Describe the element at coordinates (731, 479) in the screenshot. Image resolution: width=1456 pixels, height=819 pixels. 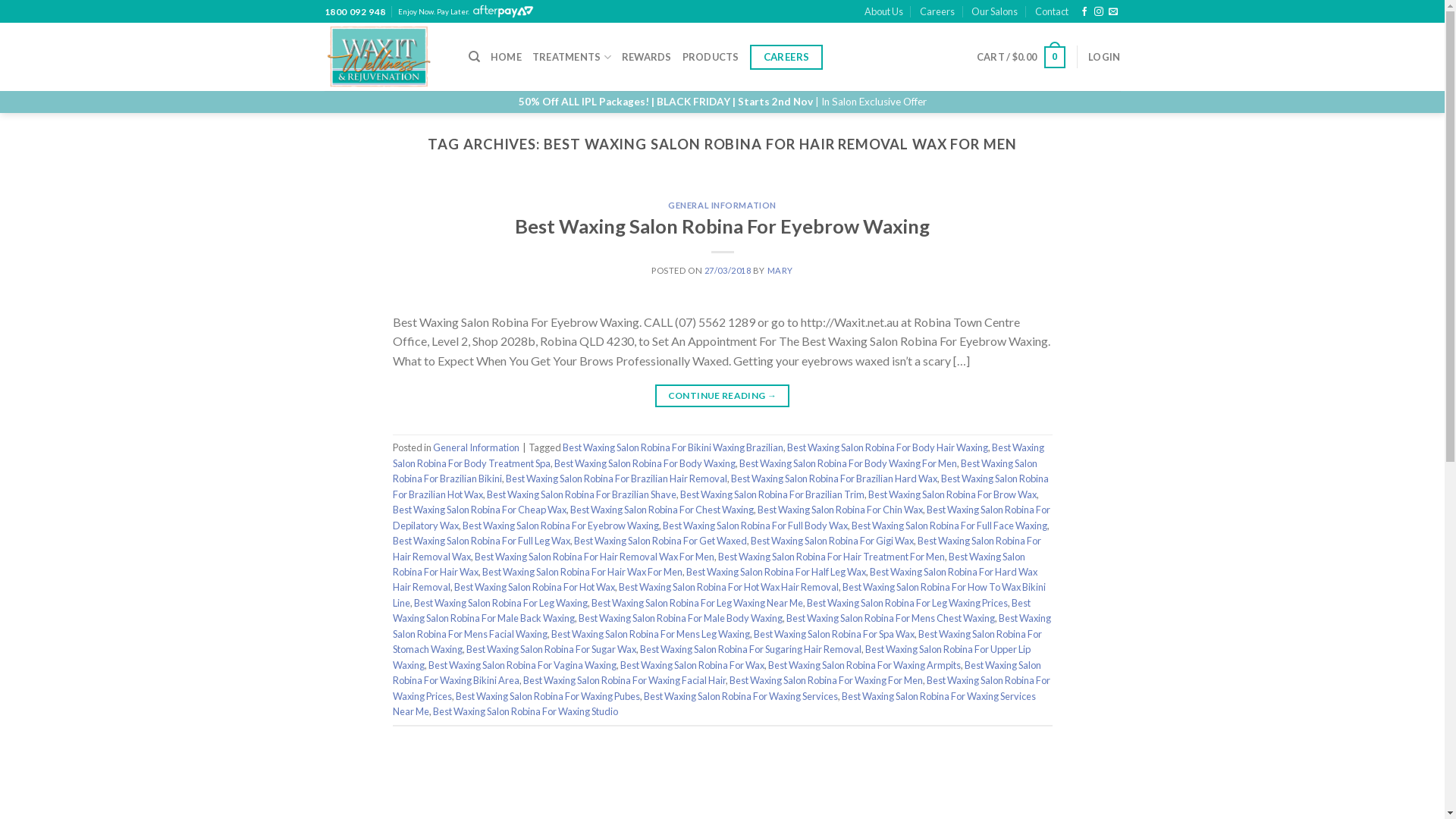
I see `'Best Waxing Salon Robina For Brazilian Hard Wax'` at that location.